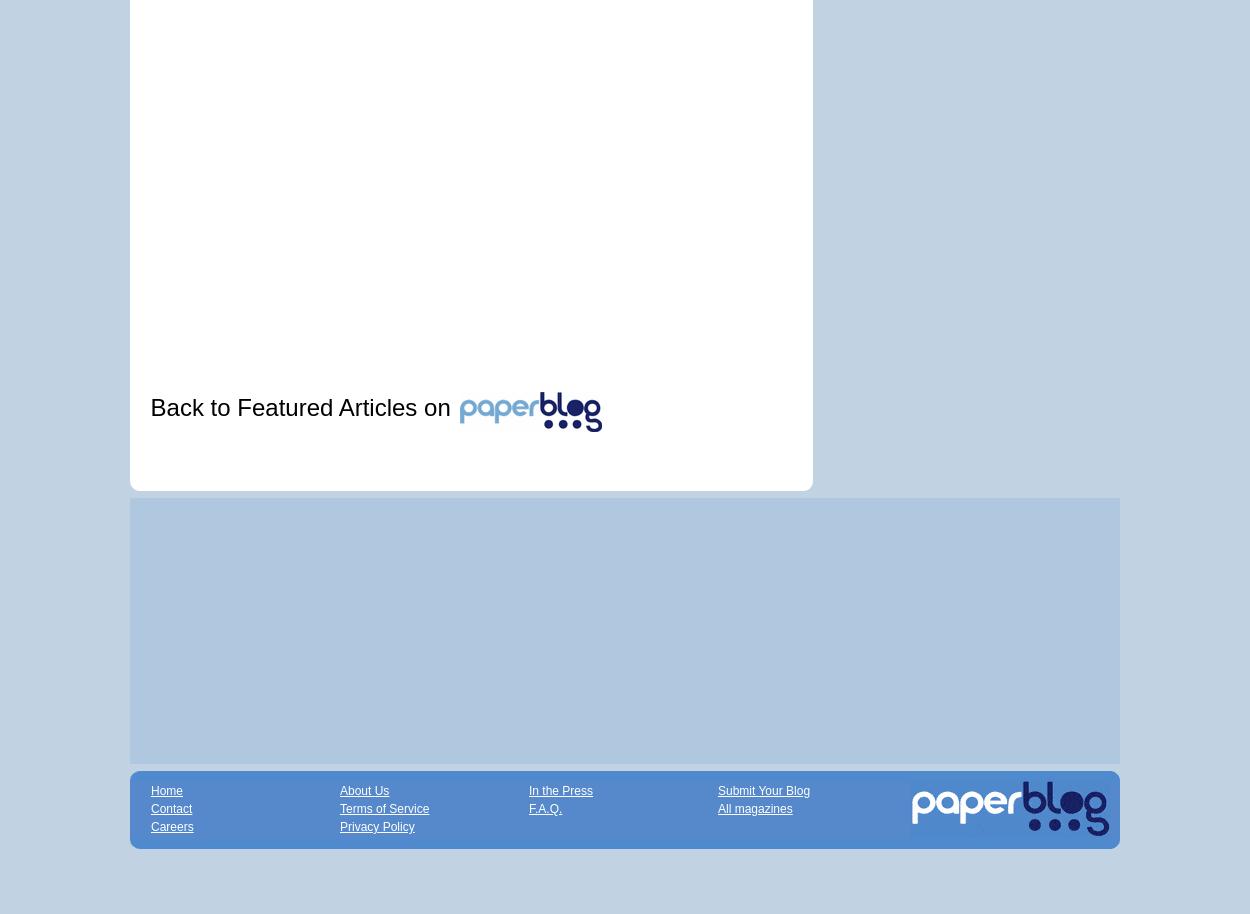 This screenshot has height=914, width=1250. Describe the element at coordinates (172, 826) in the screenshot. I see `'Careers'` at that location.